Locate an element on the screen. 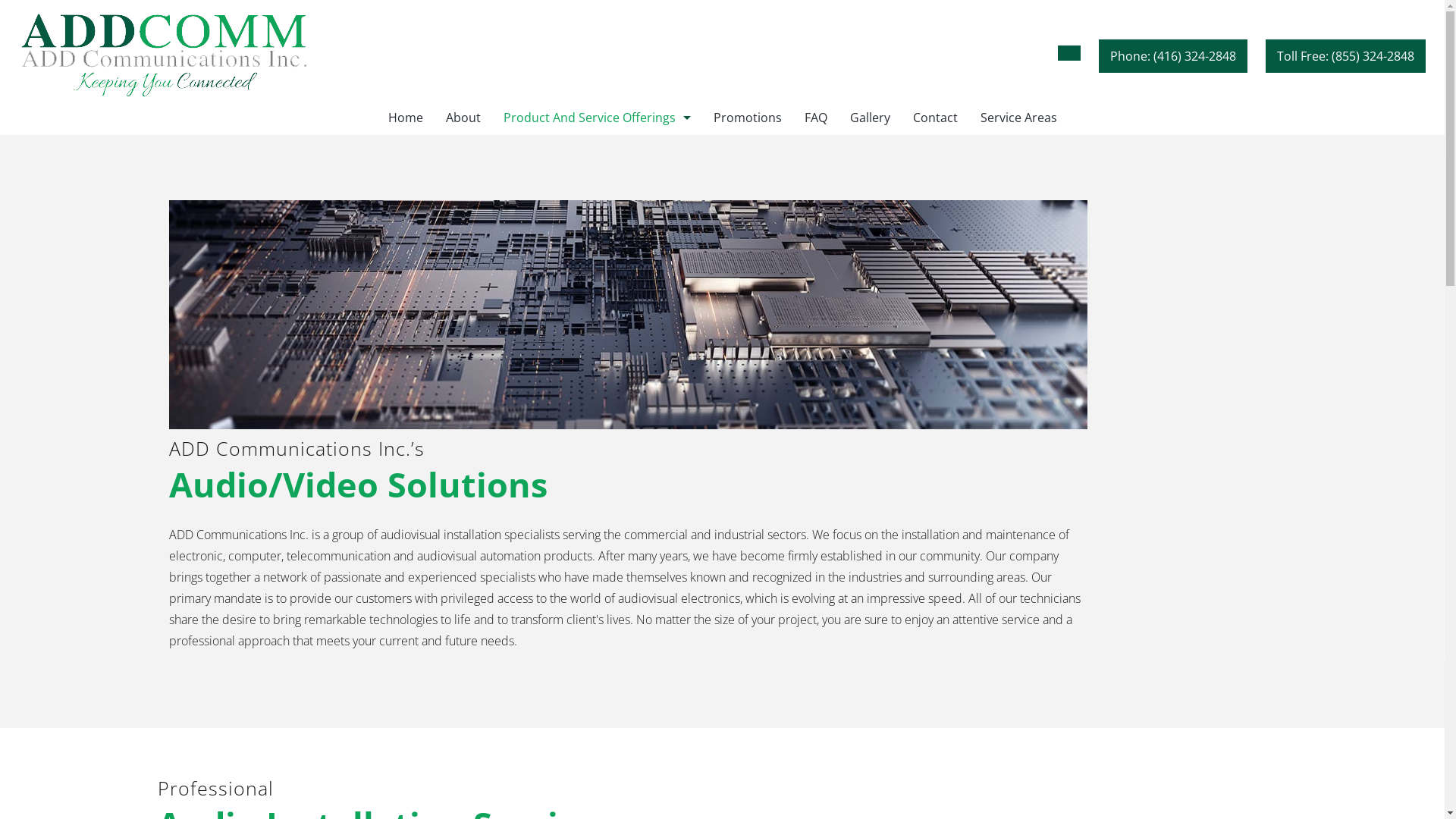  'Product And Service Offerings' is located at coordinates (595, 117).